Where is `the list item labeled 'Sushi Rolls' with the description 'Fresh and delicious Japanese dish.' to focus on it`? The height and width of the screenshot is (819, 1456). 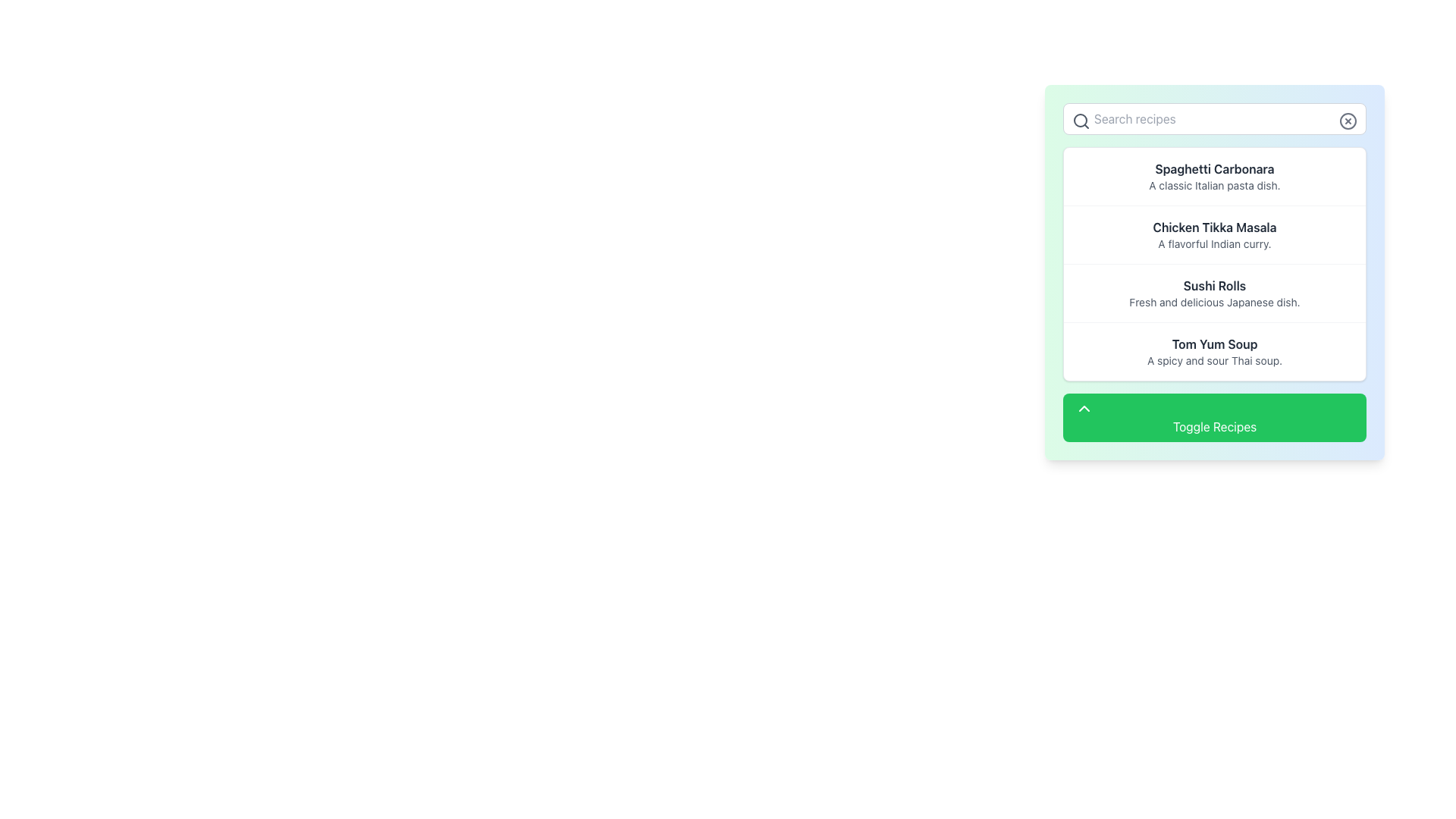
the list item labeled 'Sushi Rolls' with the description 'Fresh and delicious Japanese dish.' to focus on it is located at coordinates (1215, 271).